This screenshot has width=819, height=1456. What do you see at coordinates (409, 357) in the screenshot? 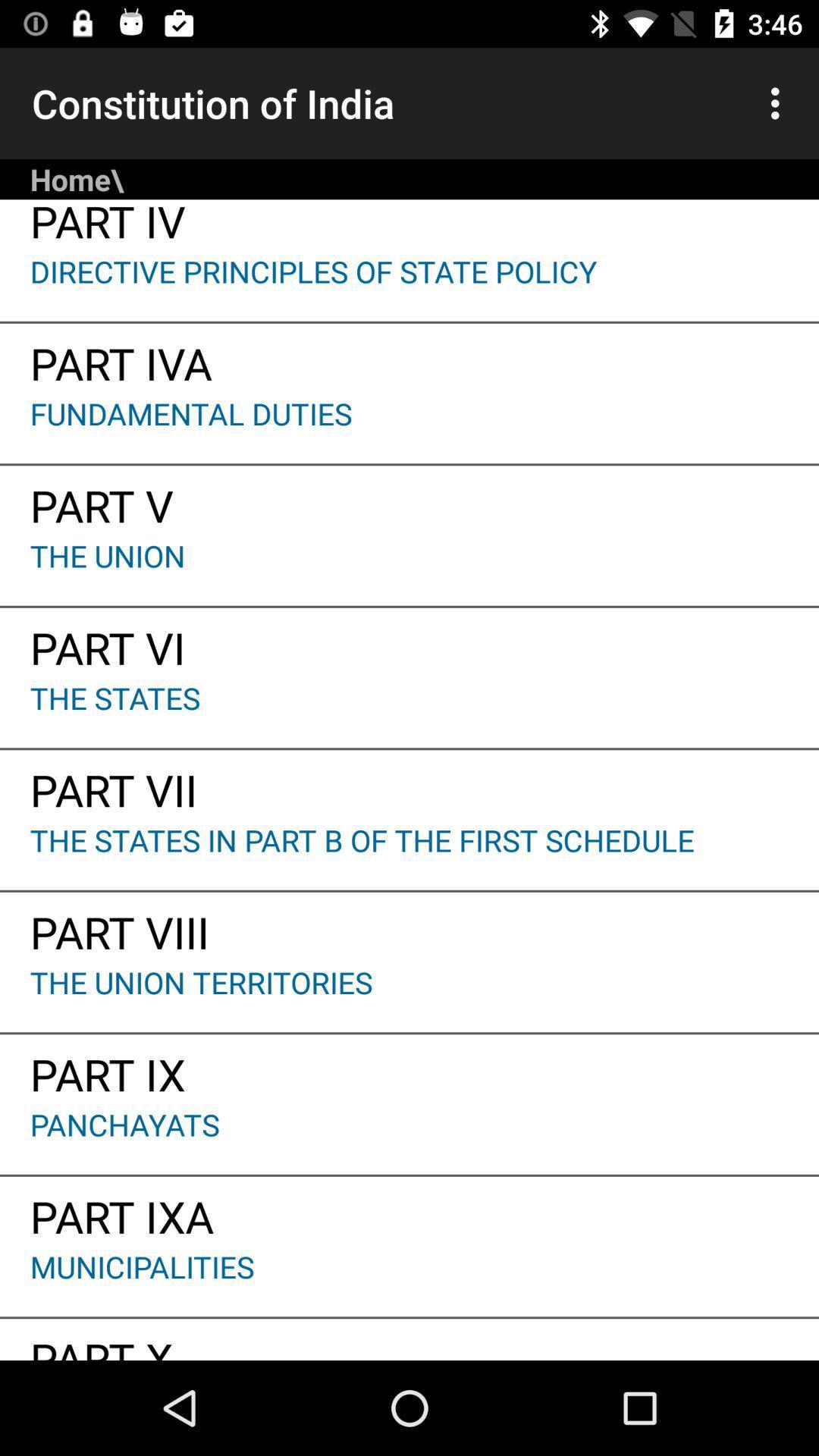
I see `part iva item` at bounding box center [409, 357].